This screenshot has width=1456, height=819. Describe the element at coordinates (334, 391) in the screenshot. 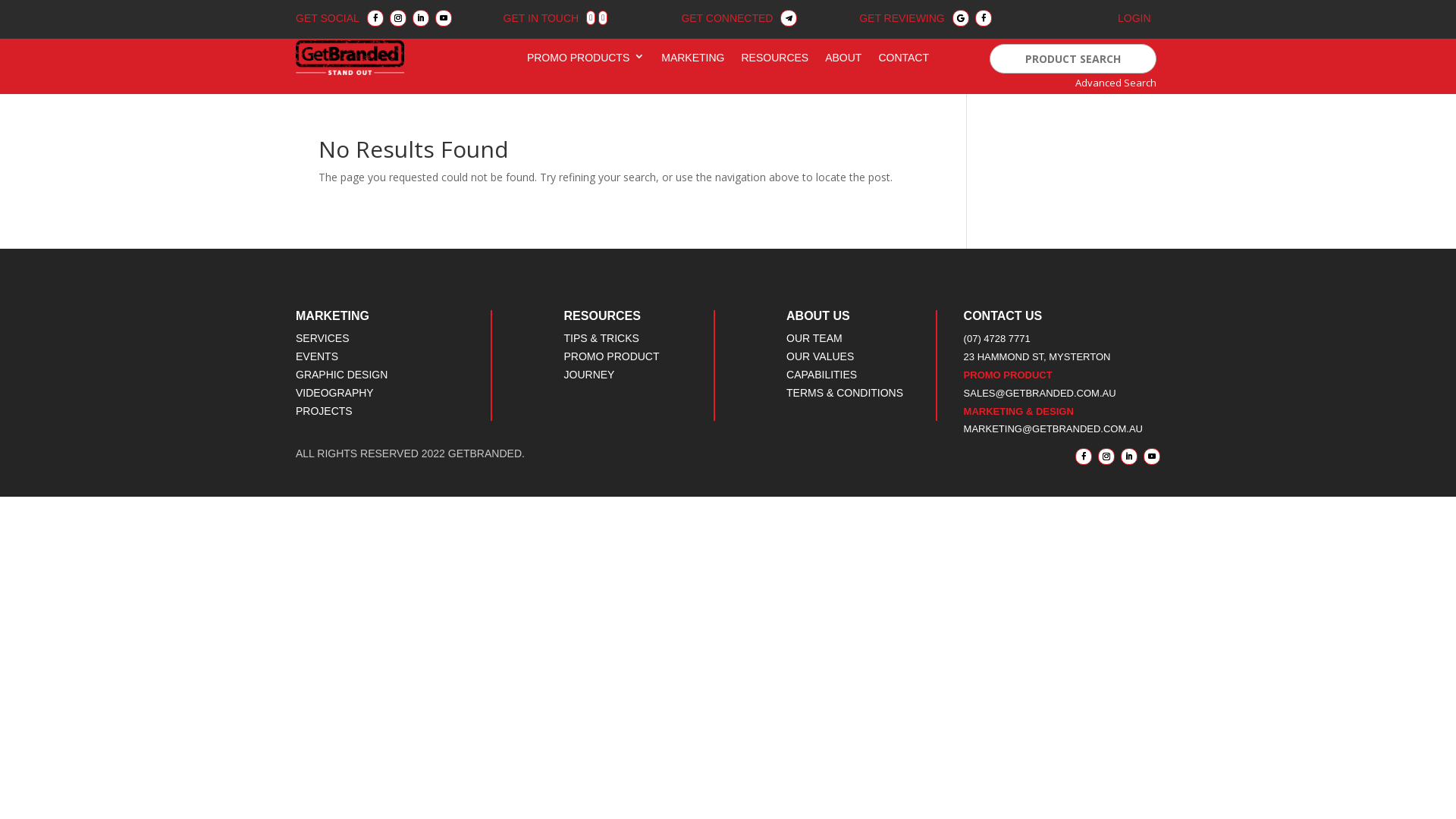

I see `'VIDEOGRAPHY'` at that location.